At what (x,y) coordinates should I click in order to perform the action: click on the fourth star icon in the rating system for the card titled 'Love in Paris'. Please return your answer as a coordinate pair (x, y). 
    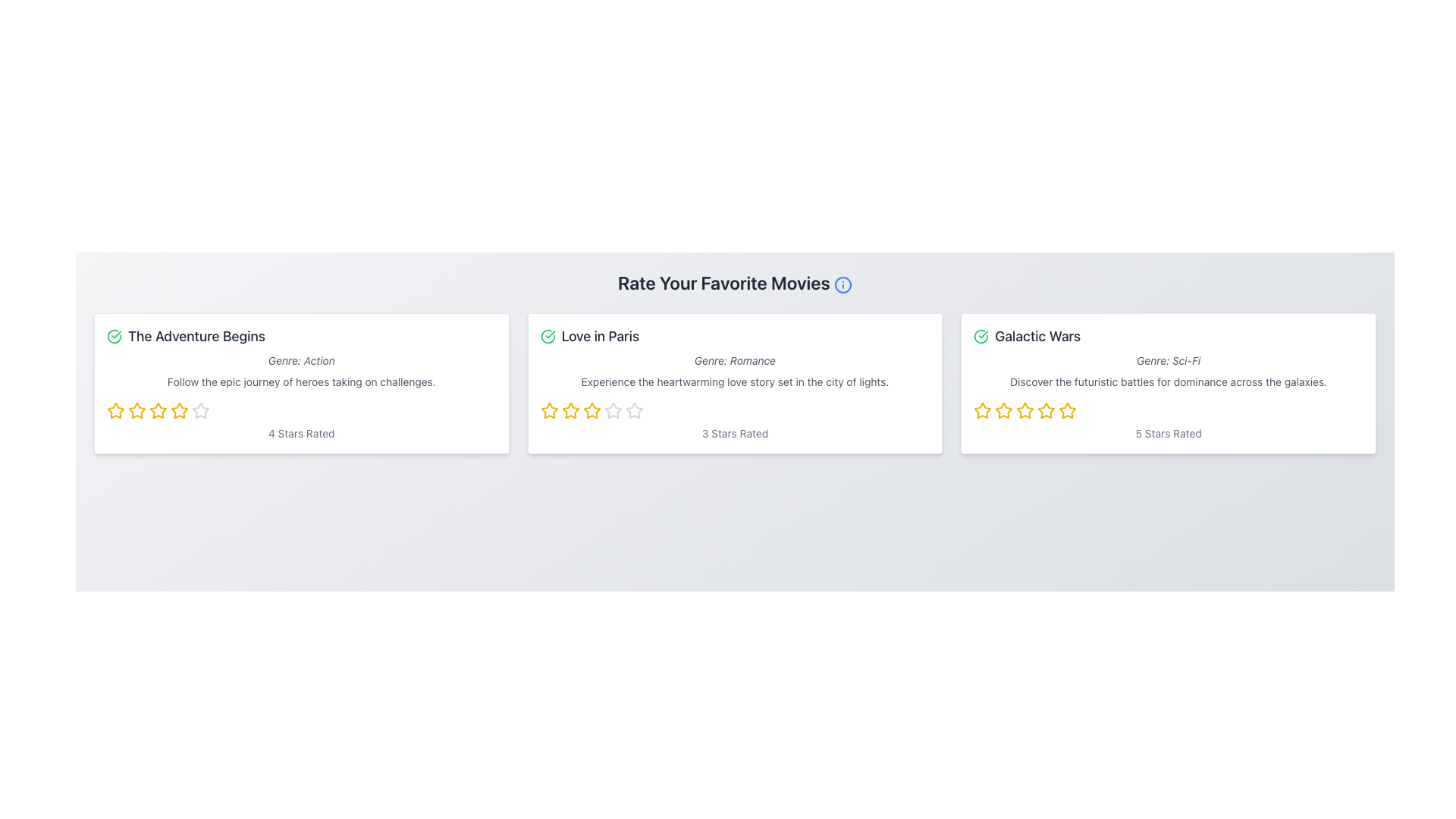
    Looking at the image, I should click on (613, 410).